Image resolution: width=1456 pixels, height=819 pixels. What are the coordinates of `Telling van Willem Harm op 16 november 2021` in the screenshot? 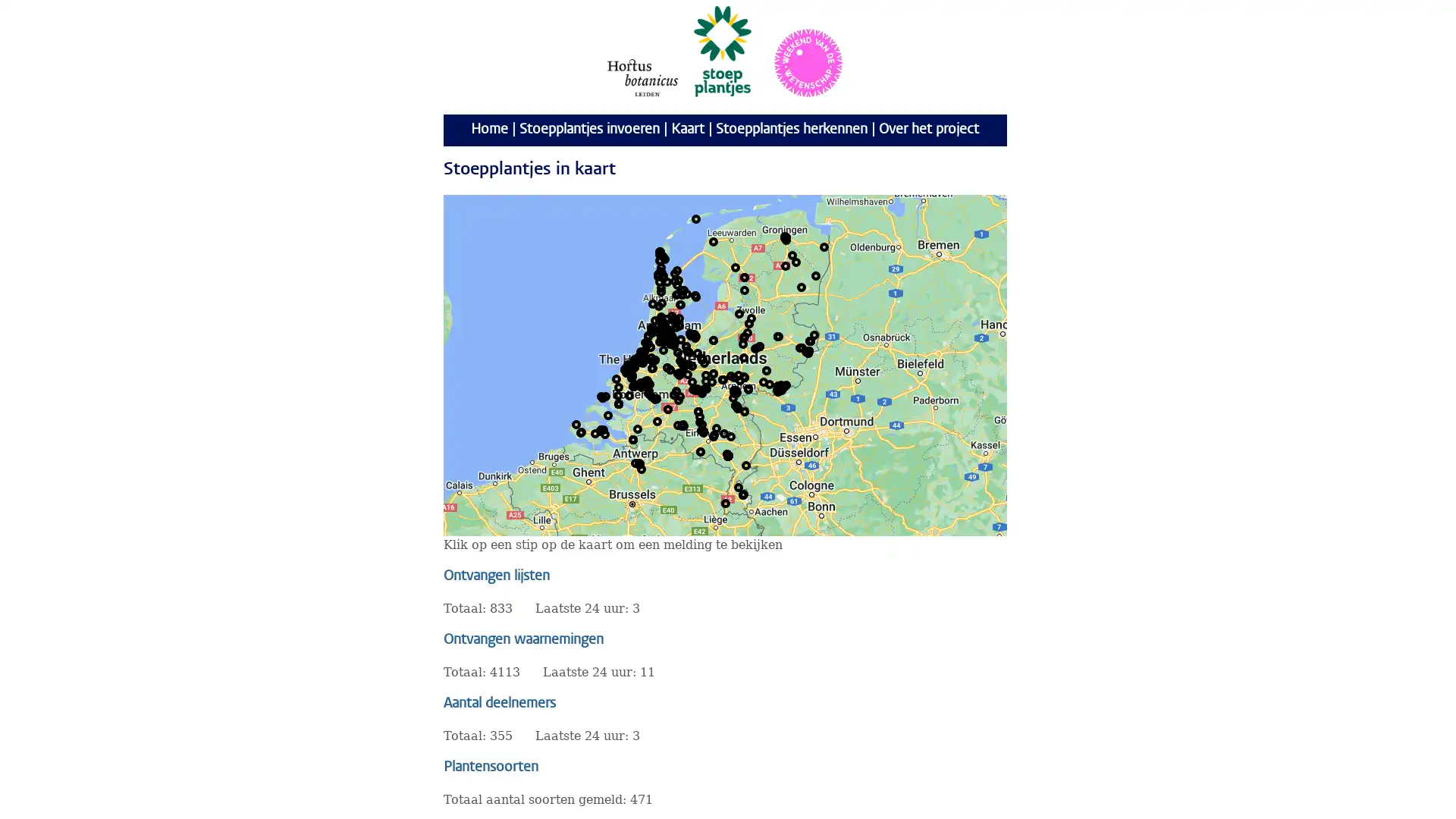 It's located at (648, 382).